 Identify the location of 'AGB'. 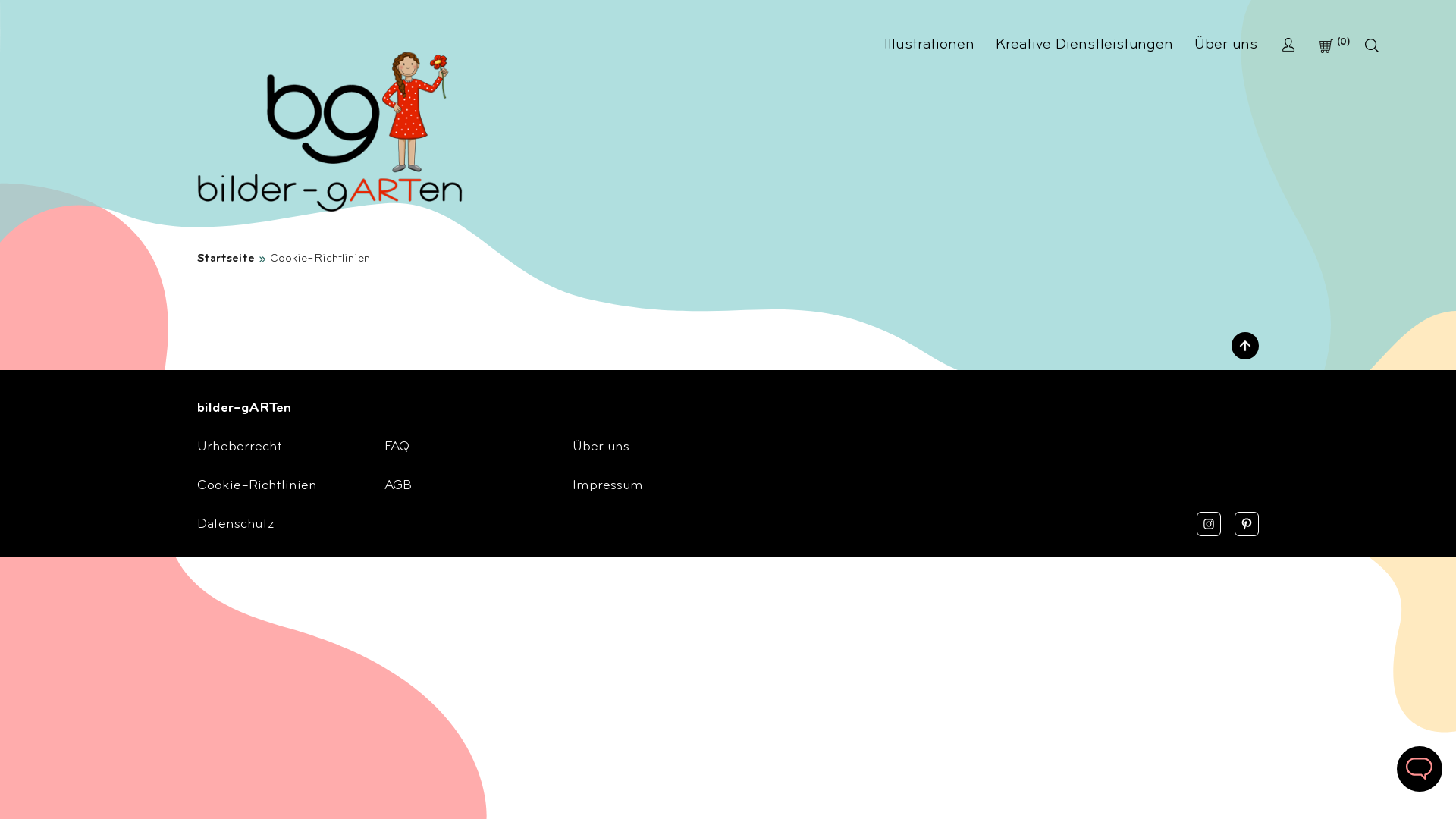
(397, 485).